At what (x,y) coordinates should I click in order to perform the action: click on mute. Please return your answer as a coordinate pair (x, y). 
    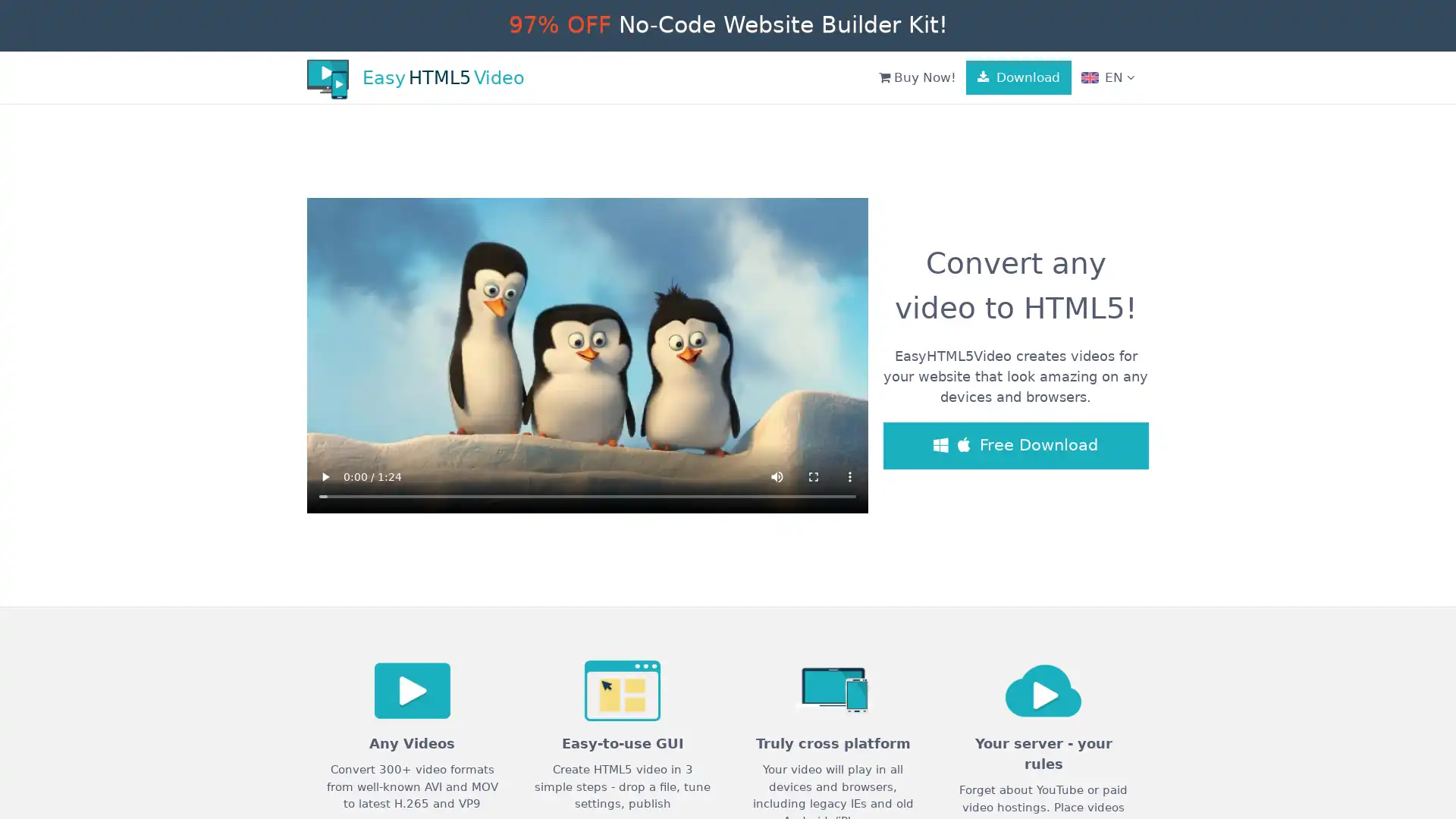
    Looking at the image, I should click on (777, 475).